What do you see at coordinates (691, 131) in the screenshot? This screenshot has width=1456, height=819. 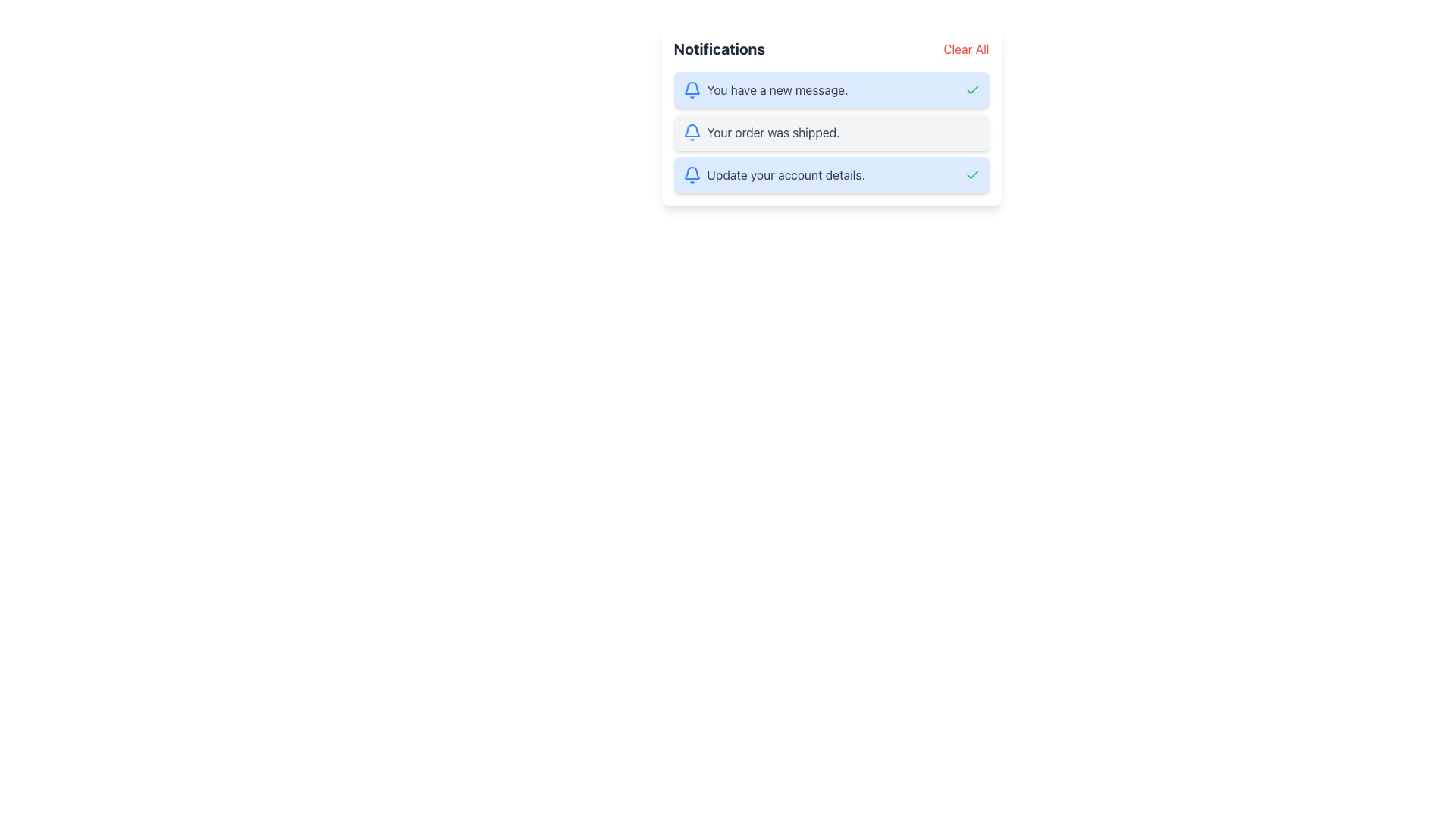 I see `the bell icon that indicates a notification for an order shipping update, located in the second notification card of the vertical notification list panel` at bounding box center [691, 131].